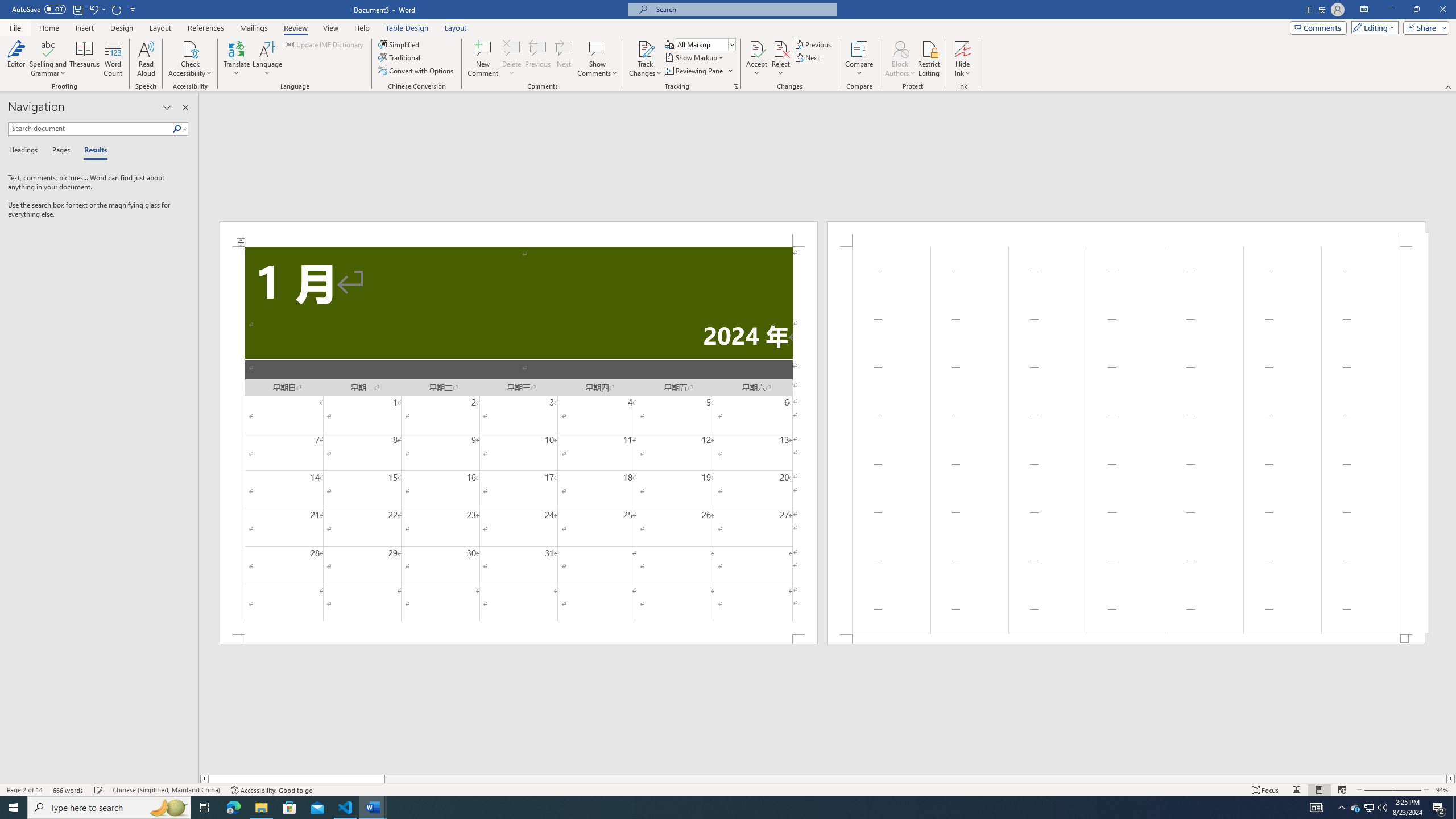  Describe the element at coordinates (781, 59) in the screenshot. I see `'Reject'` at that location.